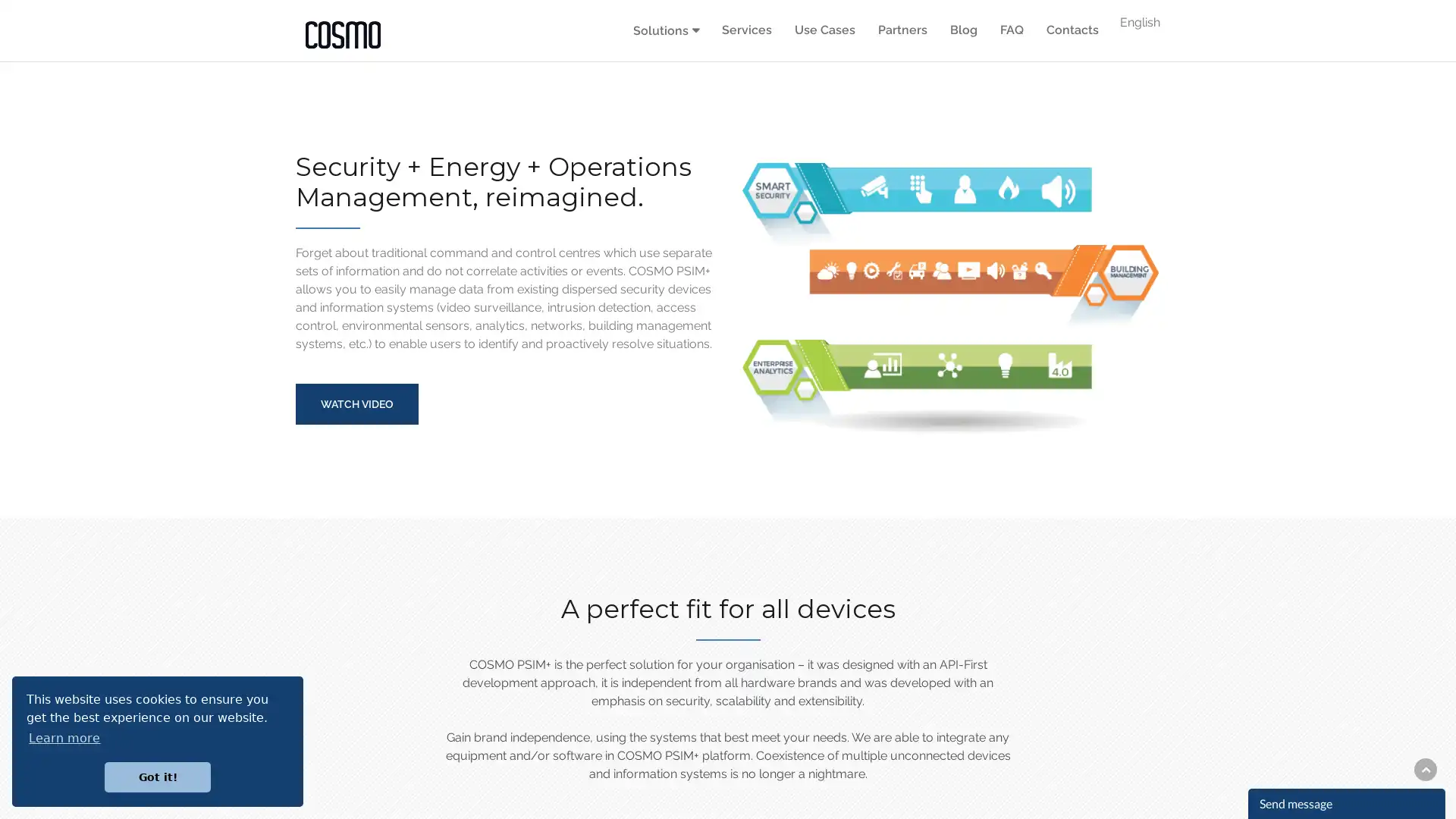 The width and height of the screenshot is (1456, 819). I want to click on learn more about cookies, so click(64, 737).